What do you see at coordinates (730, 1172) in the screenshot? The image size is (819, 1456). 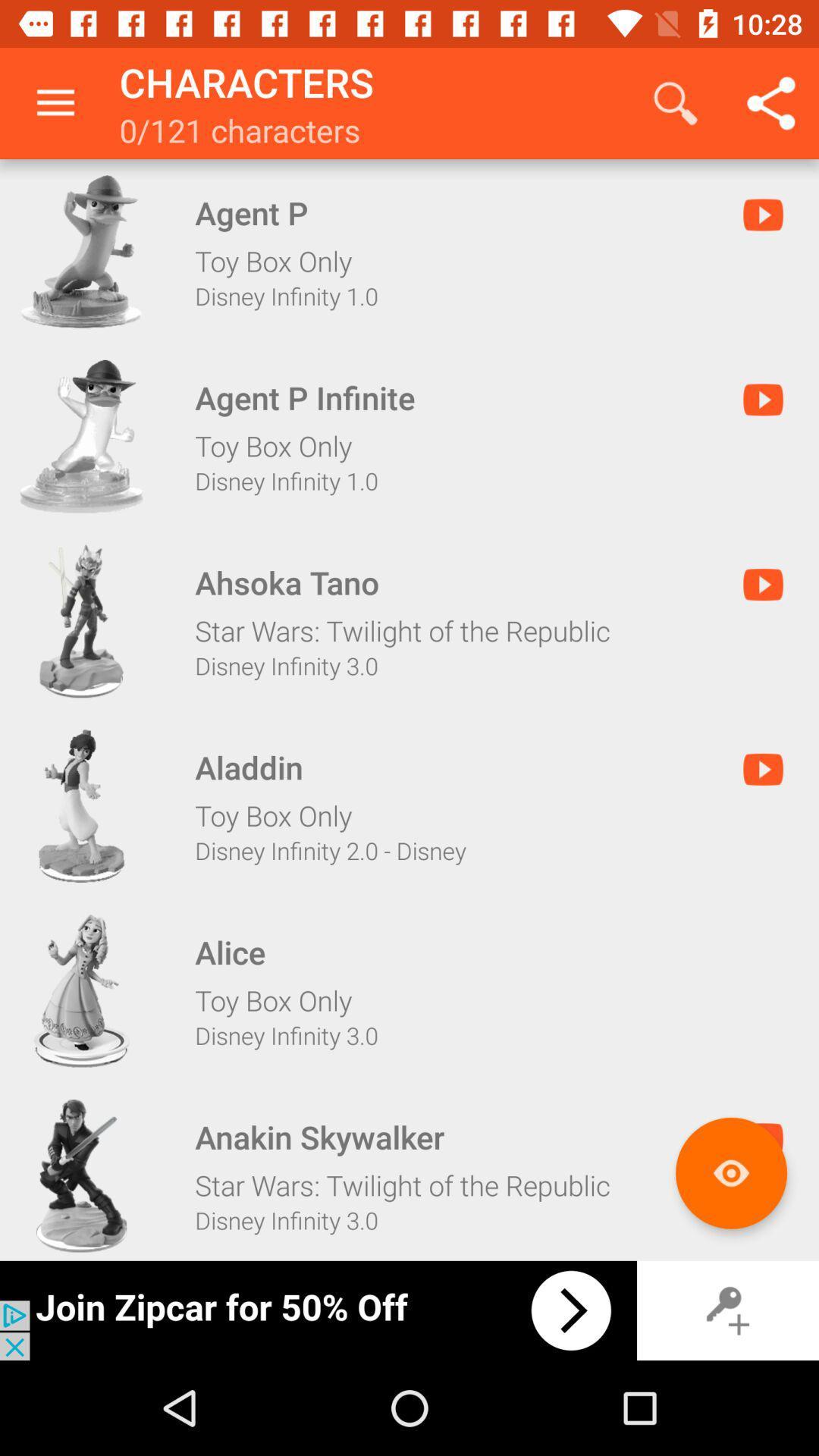 I see `more` at bounding box center [730, 1172].